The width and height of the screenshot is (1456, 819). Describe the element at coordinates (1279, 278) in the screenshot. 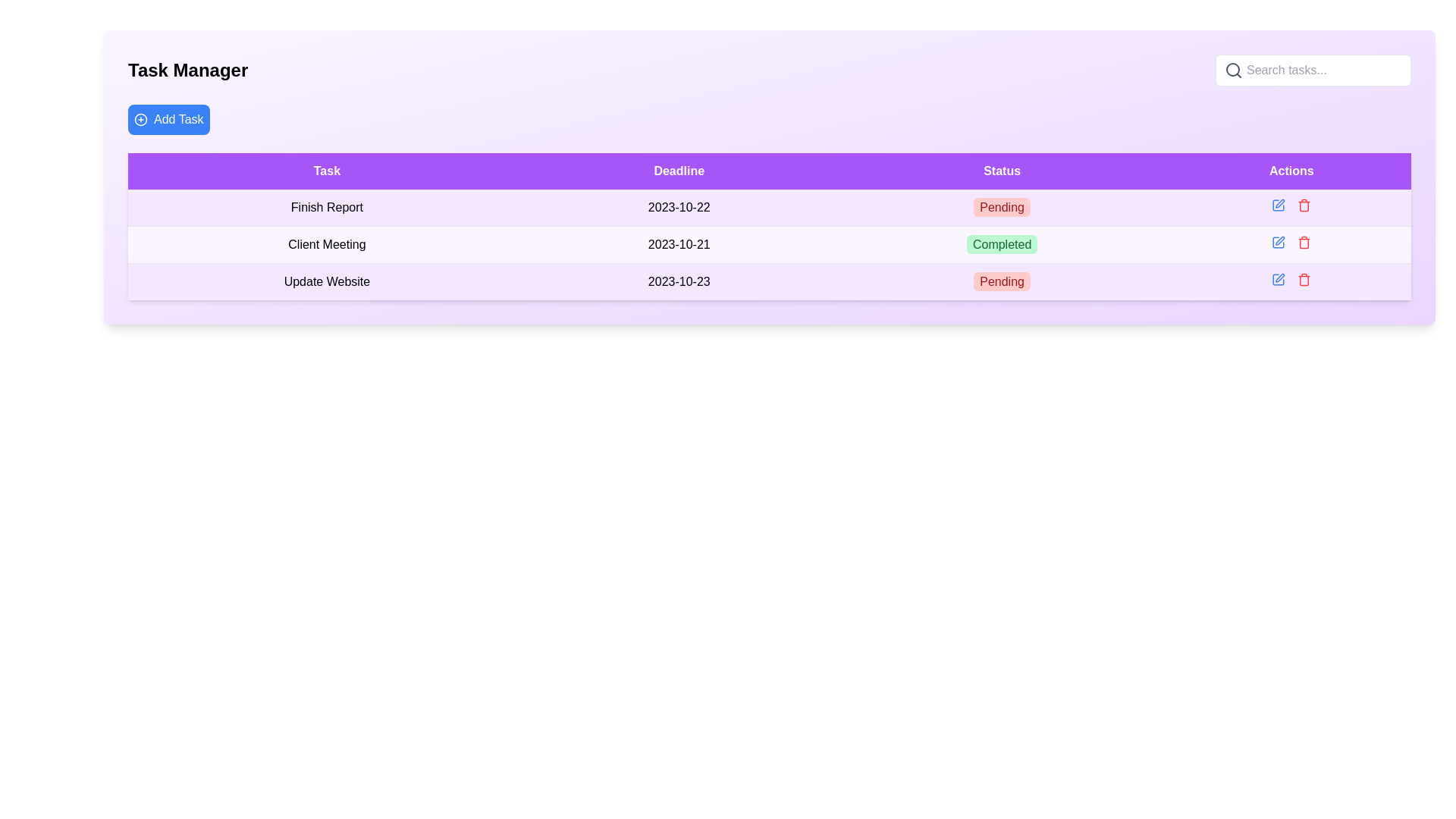

I see `the edit button in the 'Actions' column of the table for the 'Update Website' task to initiate the editing process` at that location.